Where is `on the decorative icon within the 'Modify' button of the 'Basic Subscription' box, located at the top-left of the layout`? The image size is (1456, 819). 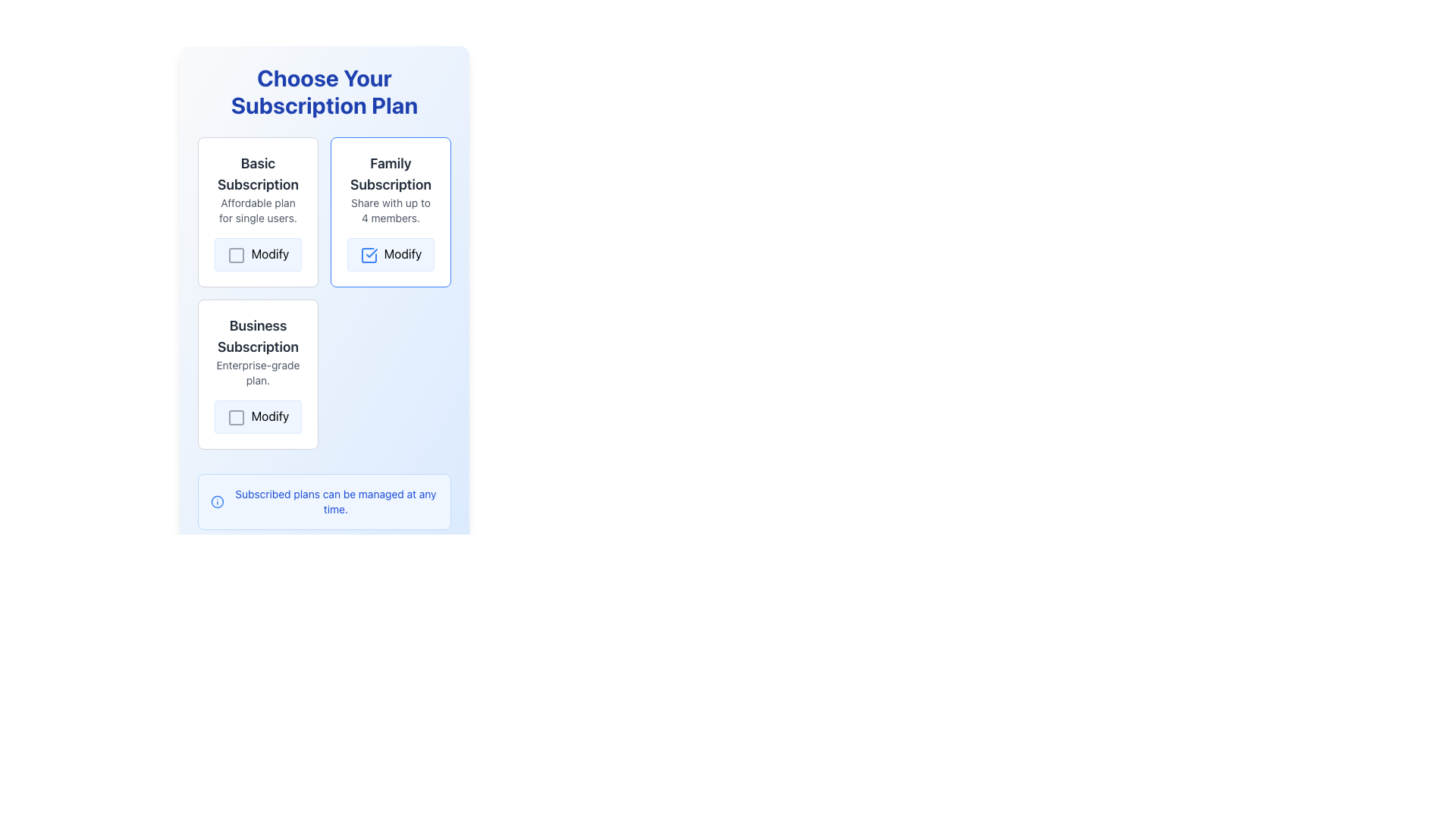
on the decorative icon within the 'Modify' button of the 'Basic Subscription' box, located at the top-left of the layout is located at coordinates (235, 254).